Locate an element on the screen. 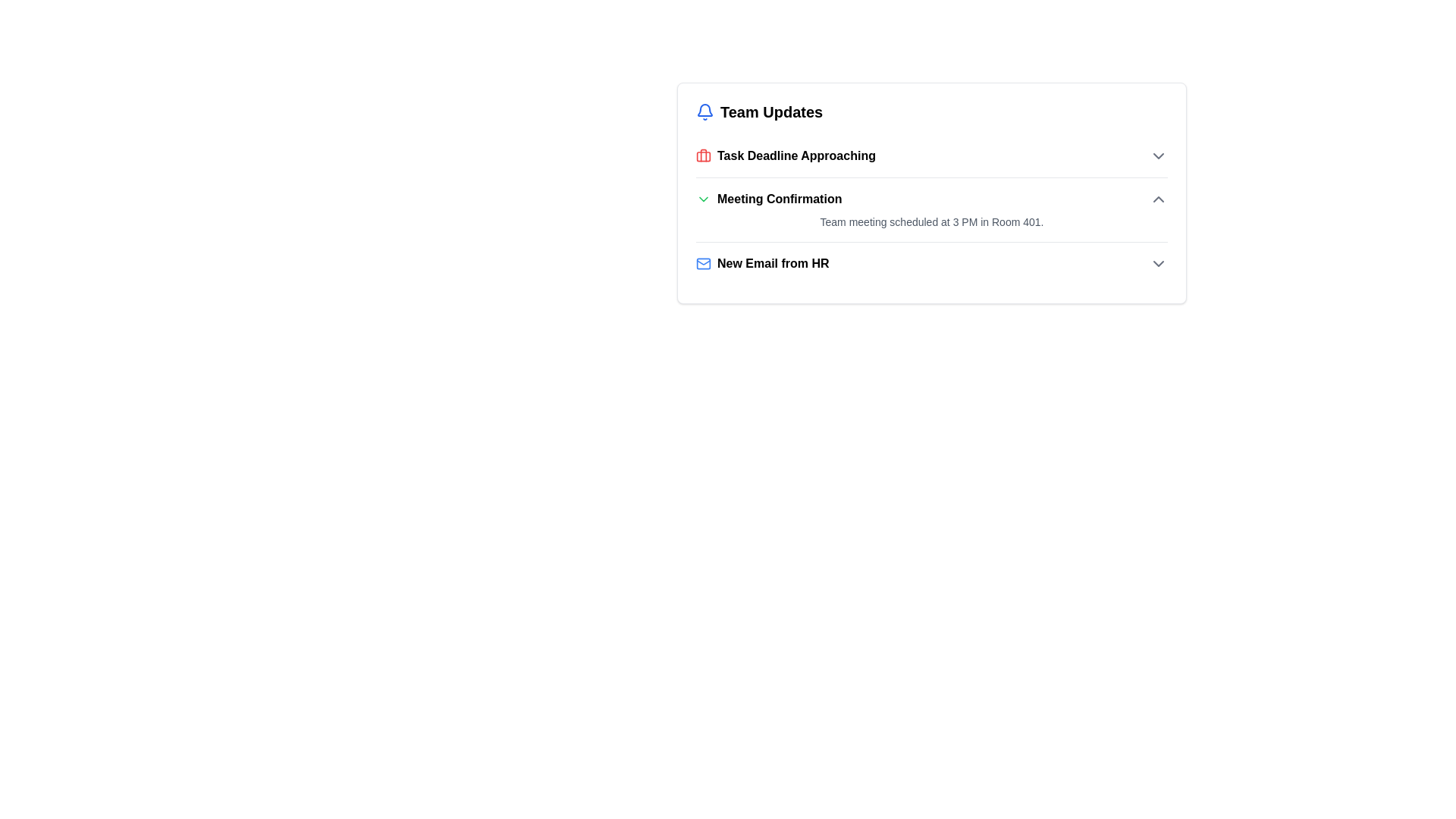  the larger rectangular part of the envelope icon that represents new email notifications, located near the 'New Email from HR' text in the 'Team Updates' section is located at coordinates (702, 262).